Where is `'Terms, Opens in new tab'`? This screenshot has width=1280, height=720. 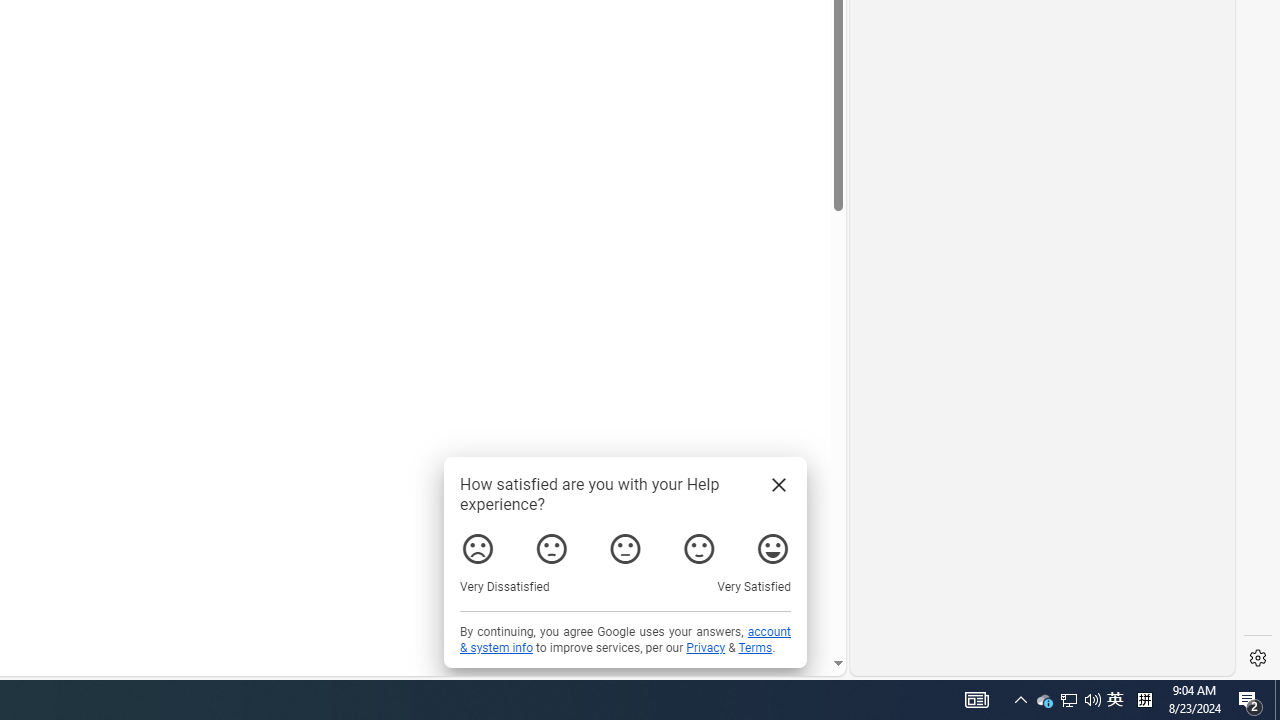 'Terms, Opens in new tab' is located at coordinates (754, 648).